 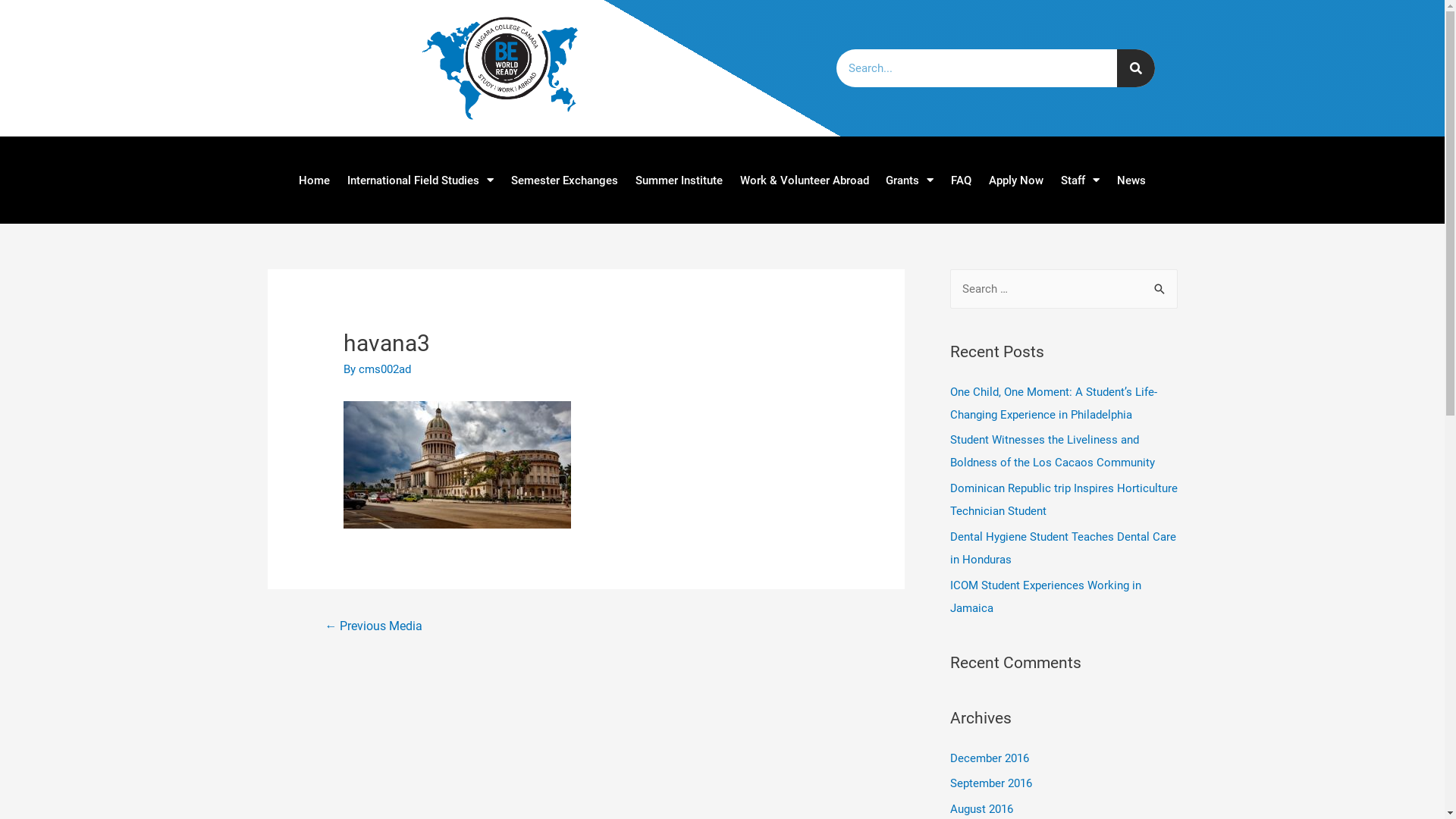 What do you see at coordinates (337, 178) in the screenshot?
I see `'International Field Studies'` at bounding box center [337, 178].